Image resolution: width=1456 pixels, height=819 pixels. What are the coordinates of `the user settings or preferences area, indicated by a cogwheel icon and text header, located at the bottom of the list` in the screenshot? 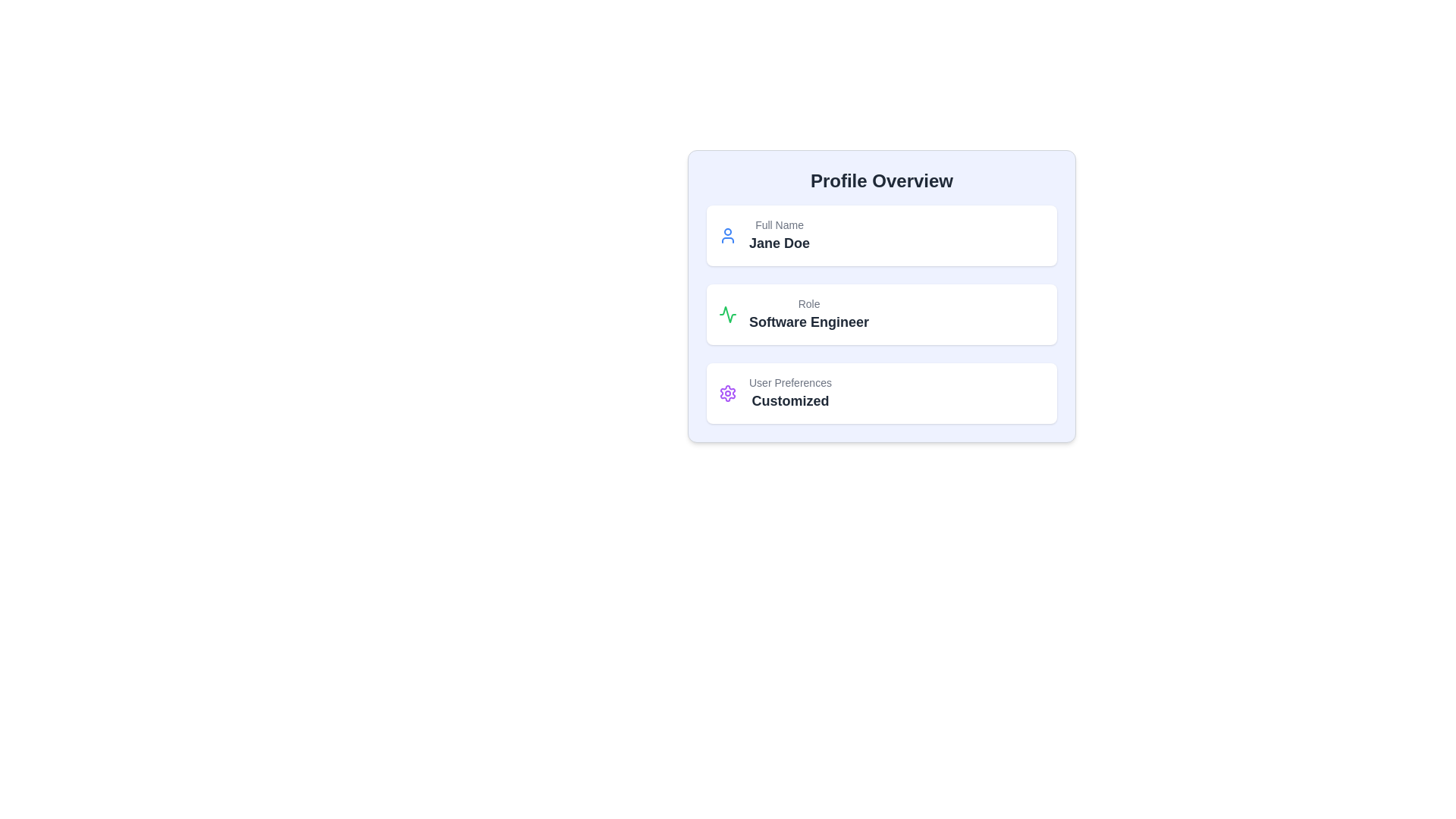 It's located at (775, 393).